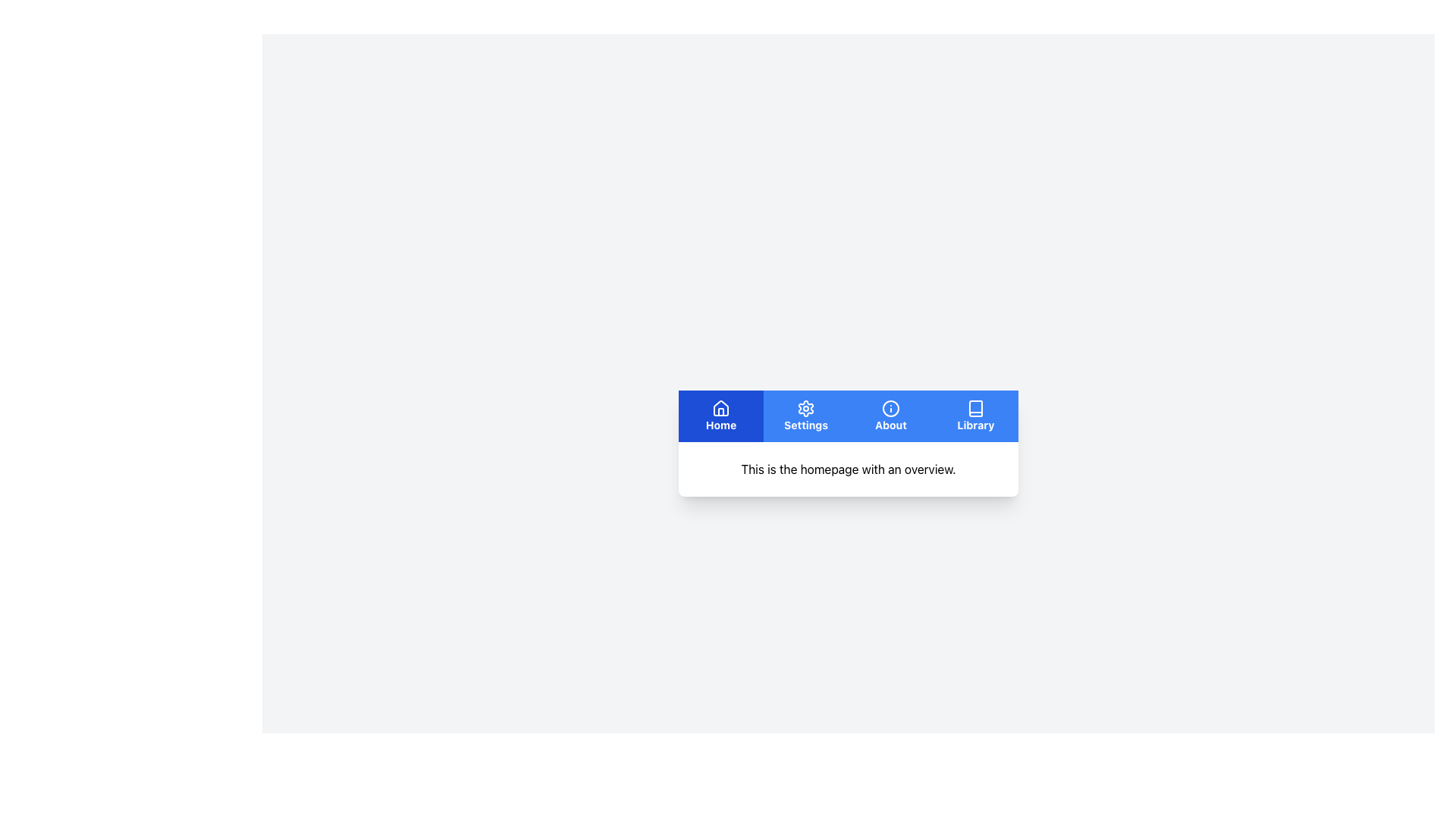 This screenshot has width=1456, height=819. What do you see at coordinates (720, 408) in the screenshot?
I see `the house-shaped icon in the 'Home' section of the bottom navigation bar, which is styled in white against a blue square background` at bounding box center [720, 408].